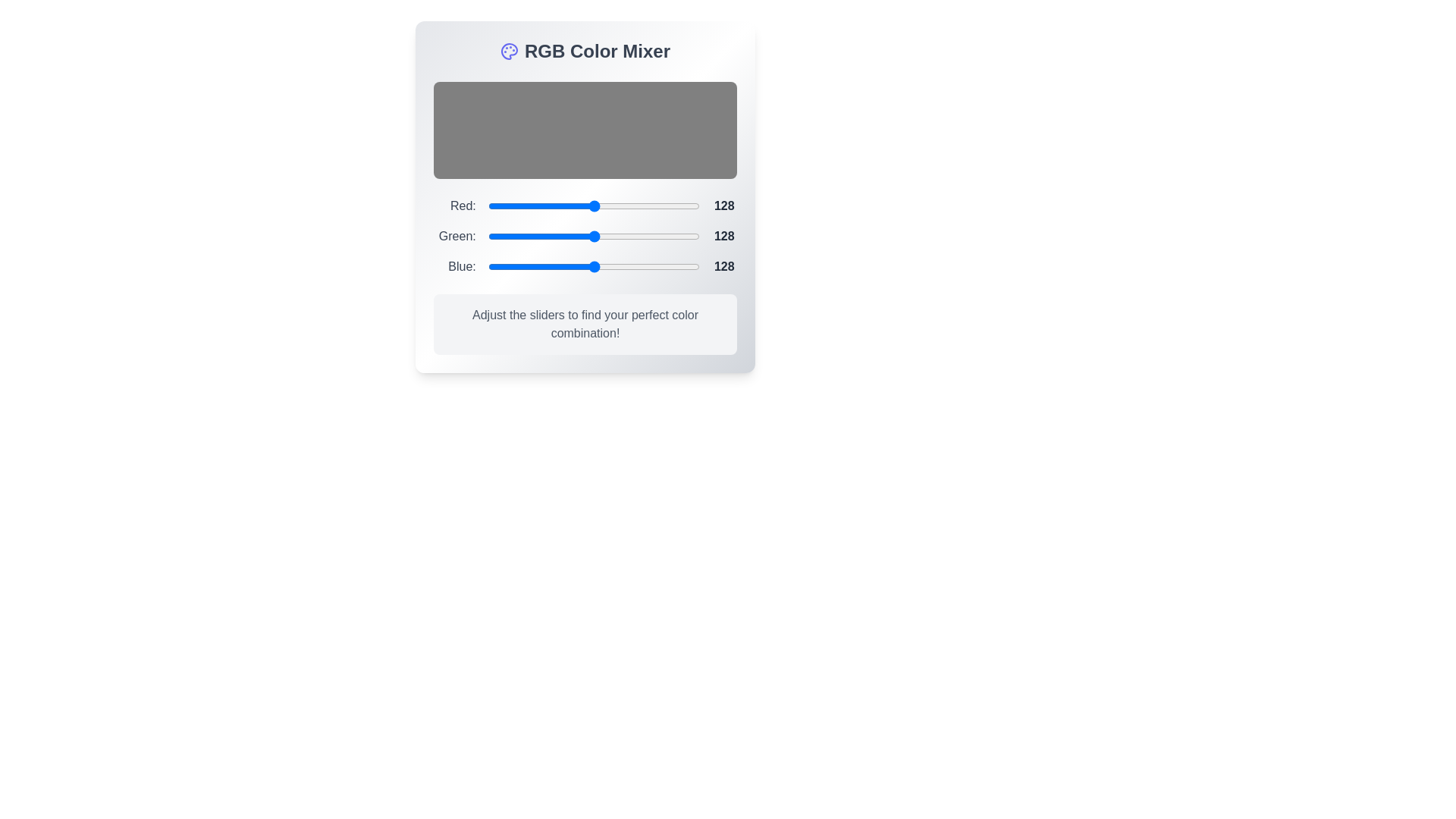 Image resolution: width=1456 pixels, height=819 pixels. Describe the element at coordinates (691, 206) in the screenshot. I see `the 0 slider to a value of 237` at that location.